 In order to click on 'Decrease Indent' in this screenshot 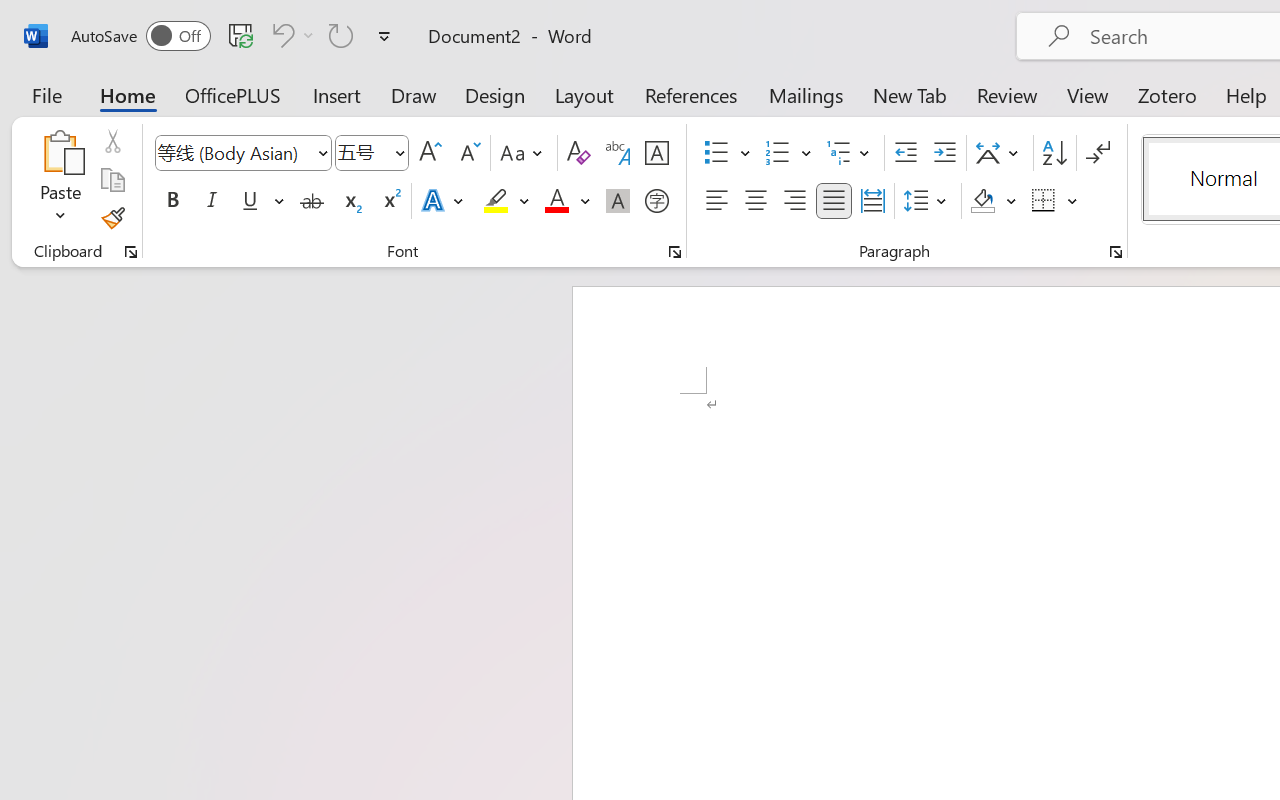, I will do `click(905, 153)`.